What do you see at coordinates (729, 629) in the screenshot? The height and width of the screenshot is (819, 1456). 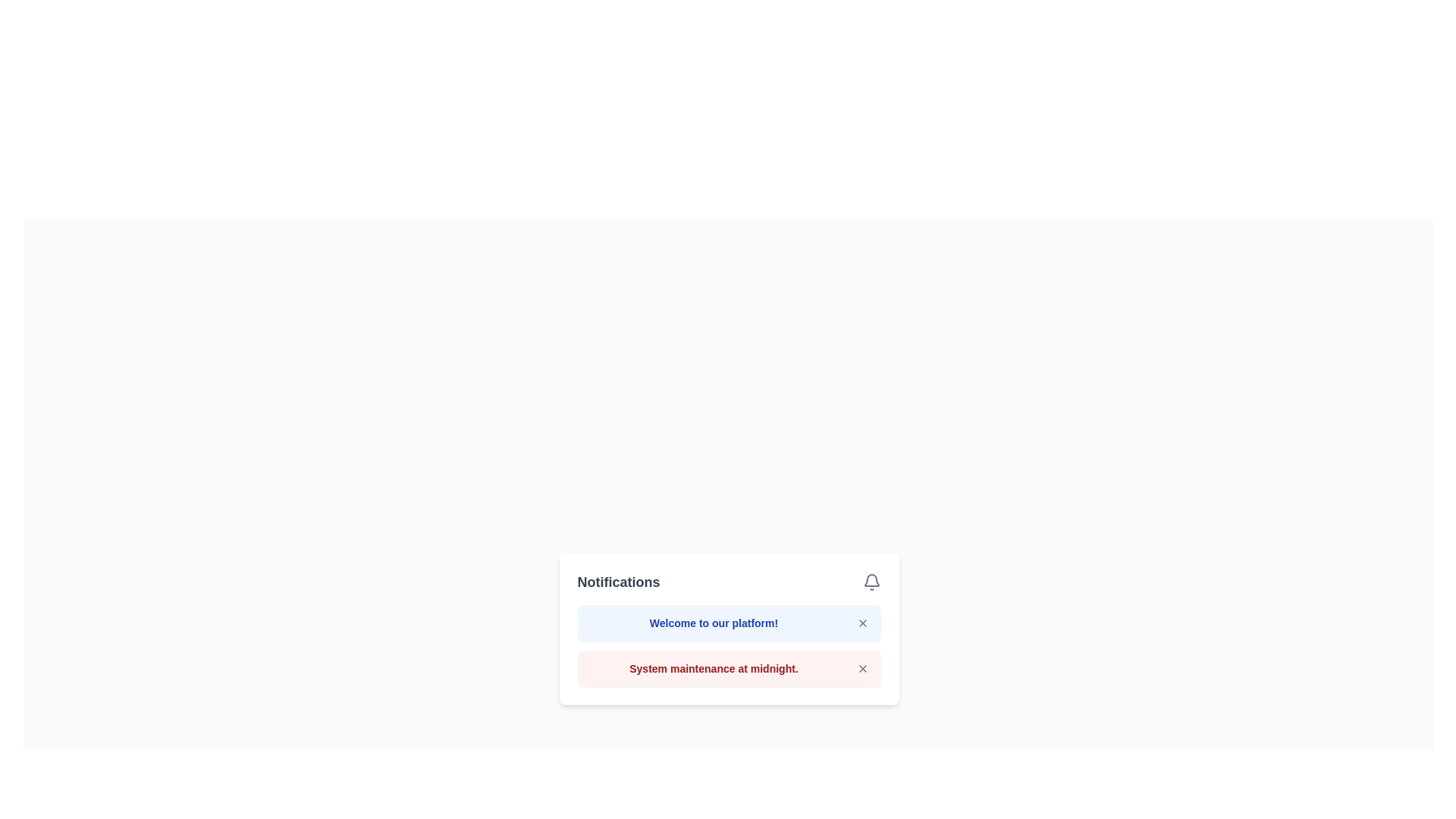 I see `message displayed in the Notification card located below the 'Notifications' header, which serves to inform the user about a welcoming message` at bounding box center [729, 629].